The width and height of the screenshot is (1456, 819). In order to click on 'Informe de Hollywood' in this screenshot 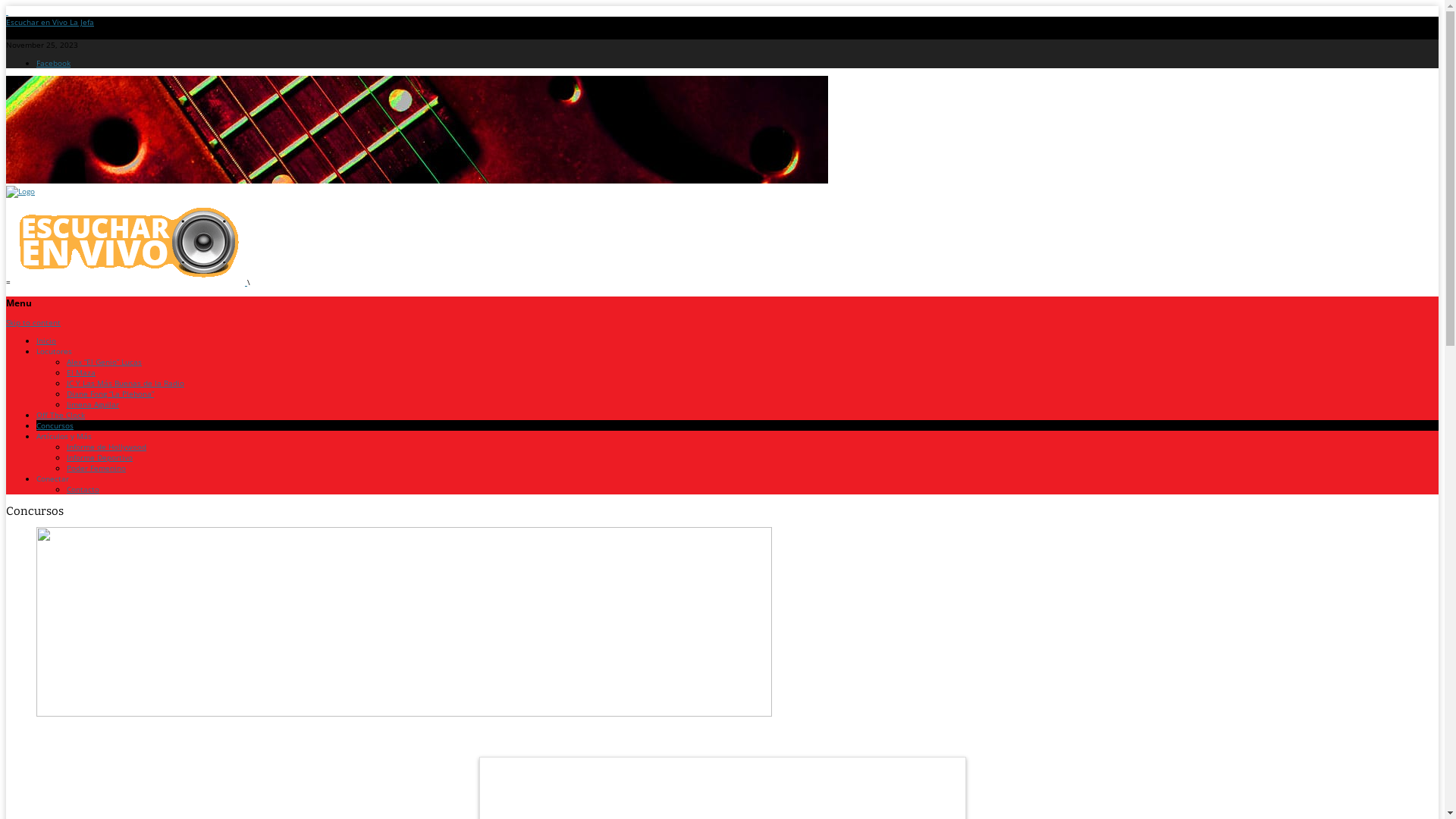, I will do `click(105, 446)`.